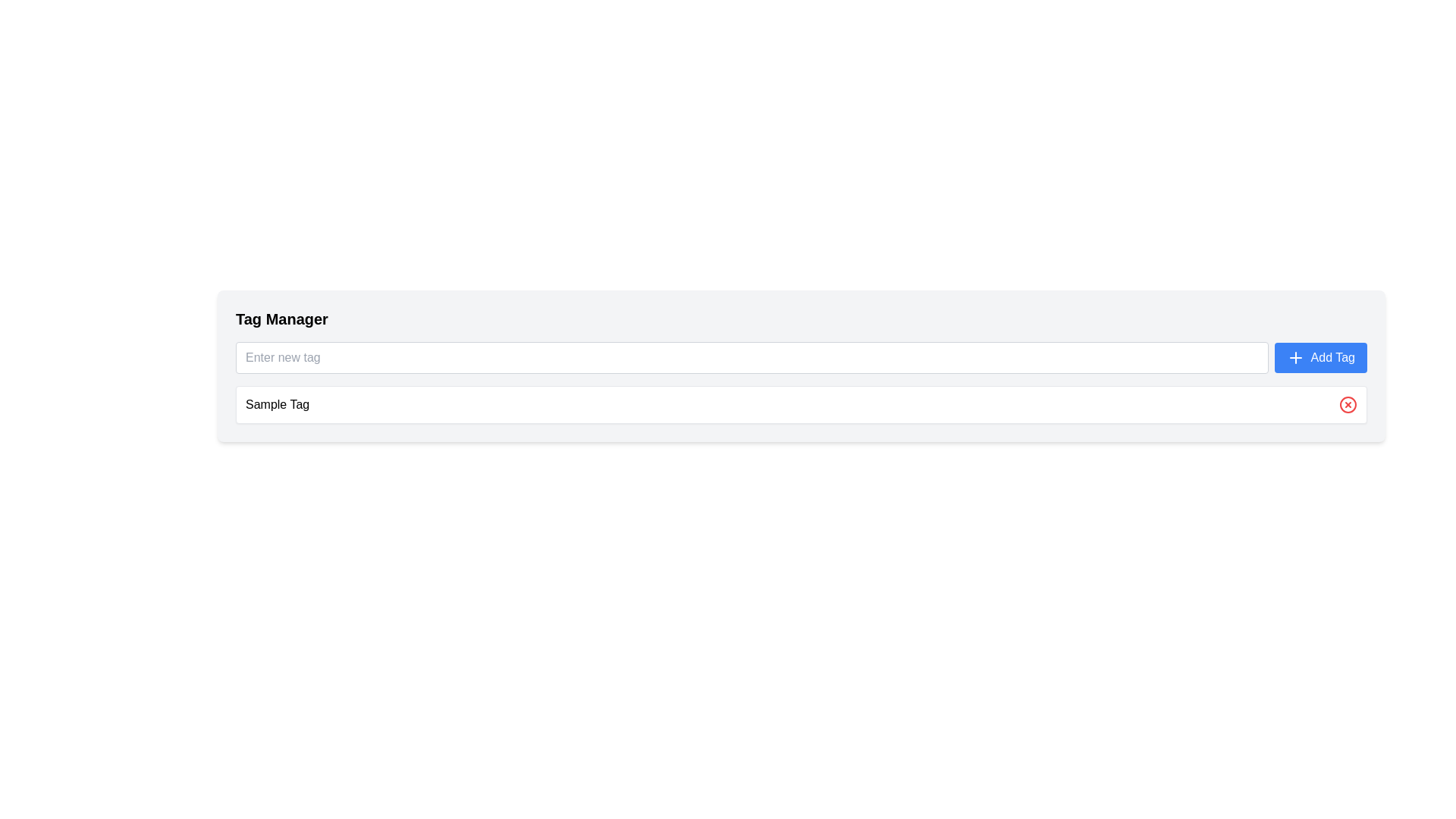  I want to click on the circular outline button with a centered cross mark, so click(1348, 403).